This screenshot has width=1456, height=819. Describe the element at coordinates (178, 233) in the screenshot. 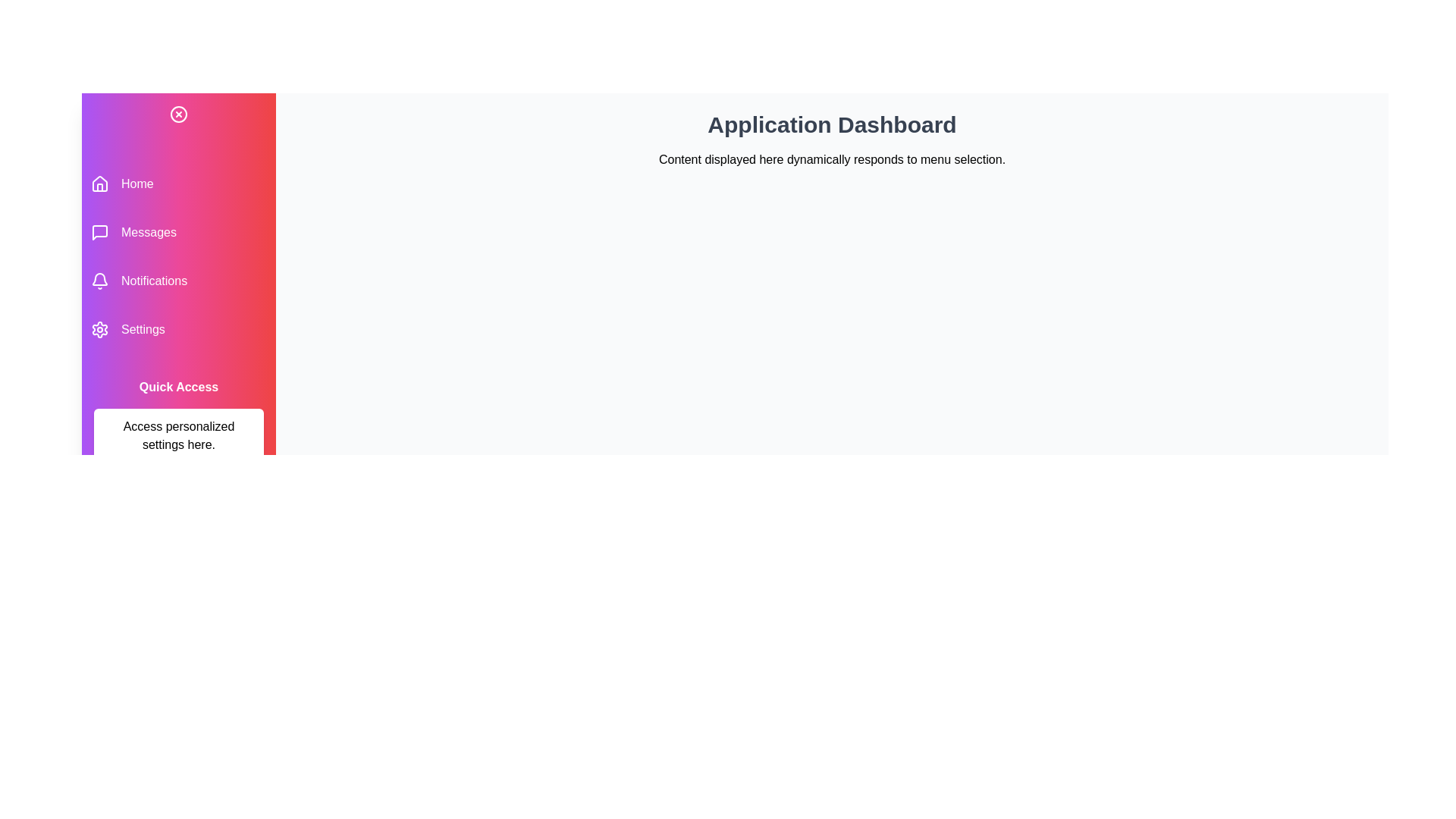

I see `the menu item labeled Messages to navigate to the corresponding section` at that location.